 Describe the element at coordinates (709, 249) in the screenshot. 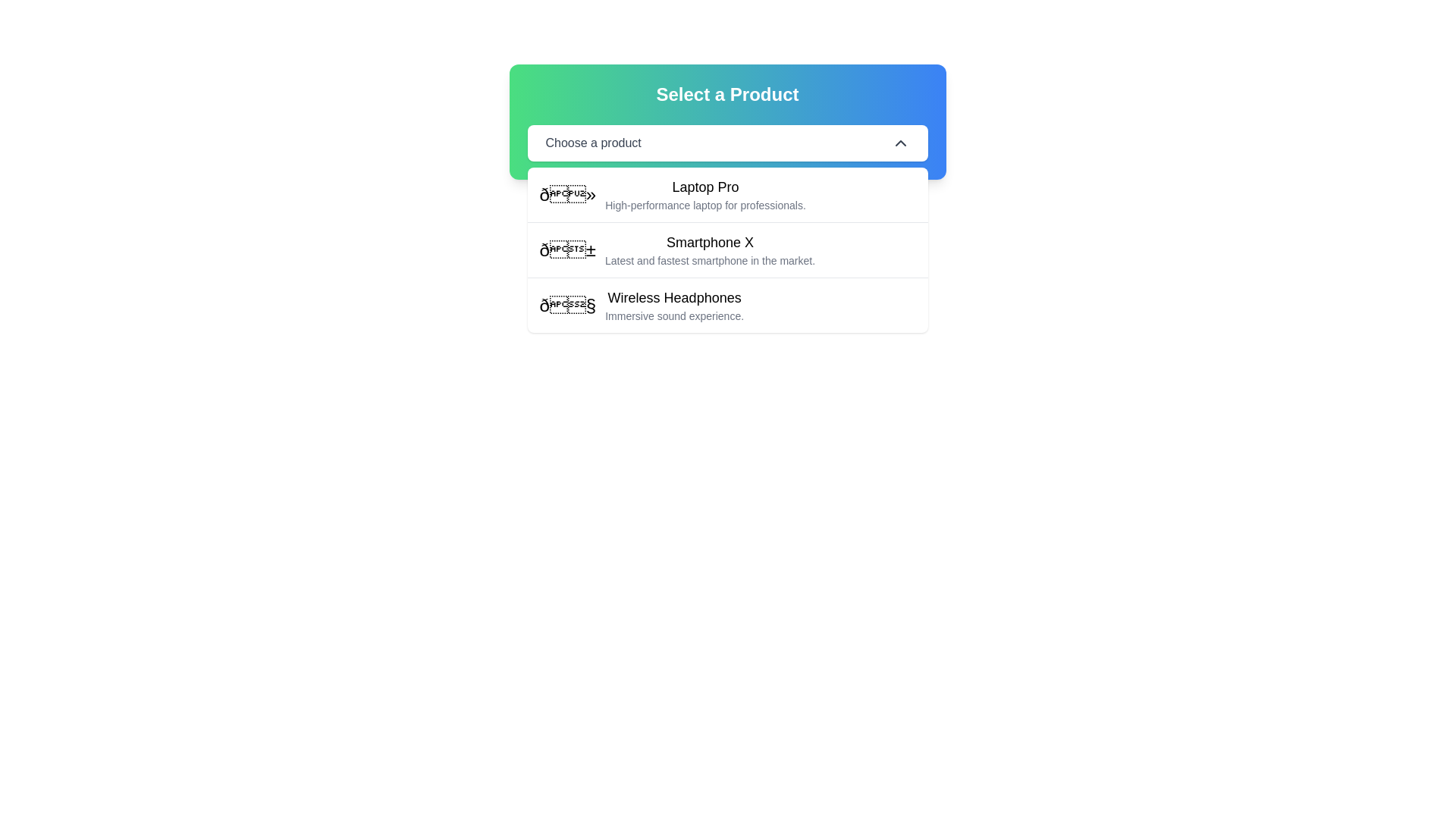

I see `the second list item in the dropdown menu that contains the text 'Smartphone X'` at that location.